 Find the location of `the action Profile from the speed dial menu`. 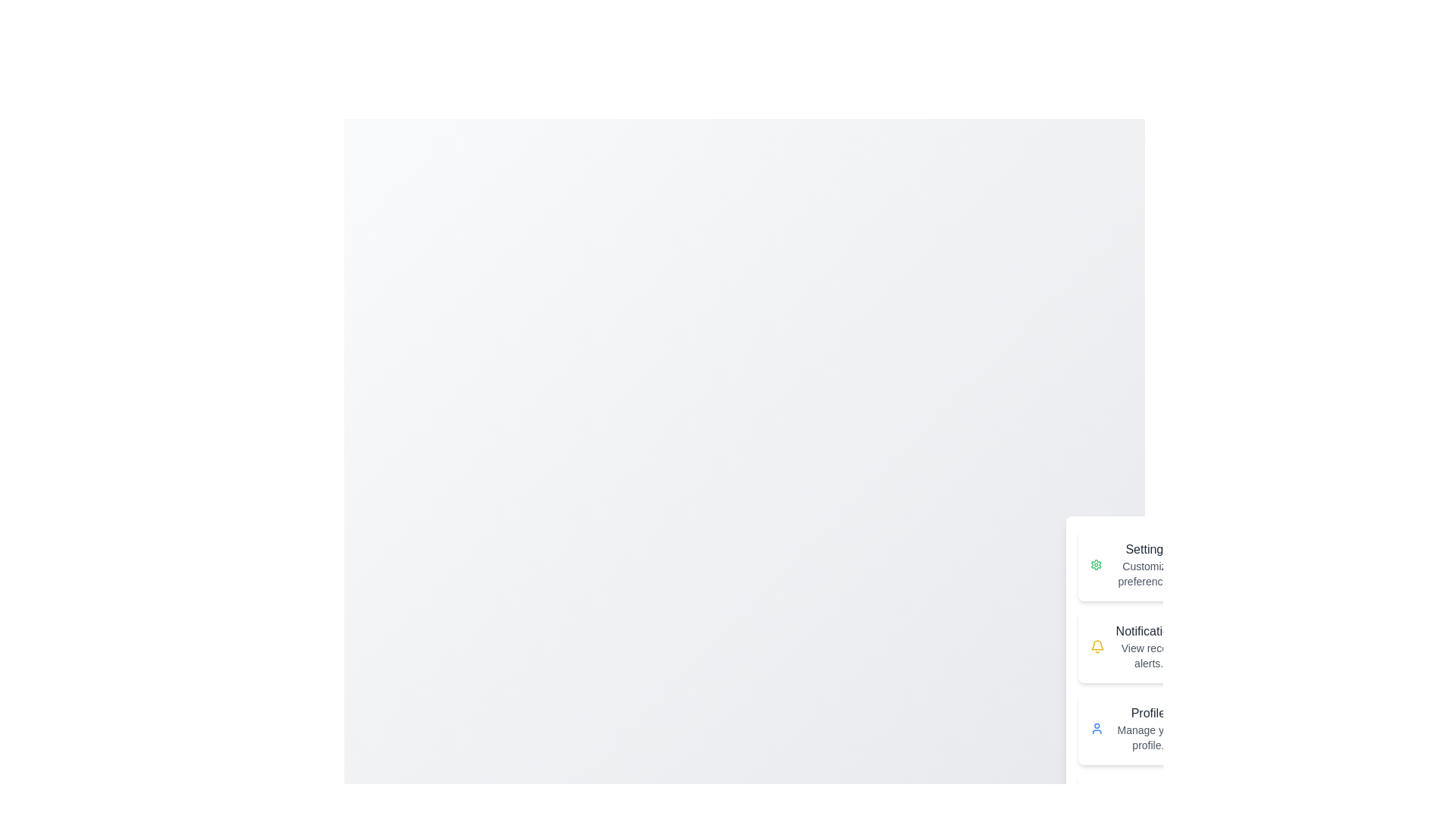

the action Profile from the speed dial menu is located at coordinates (1136, 727).